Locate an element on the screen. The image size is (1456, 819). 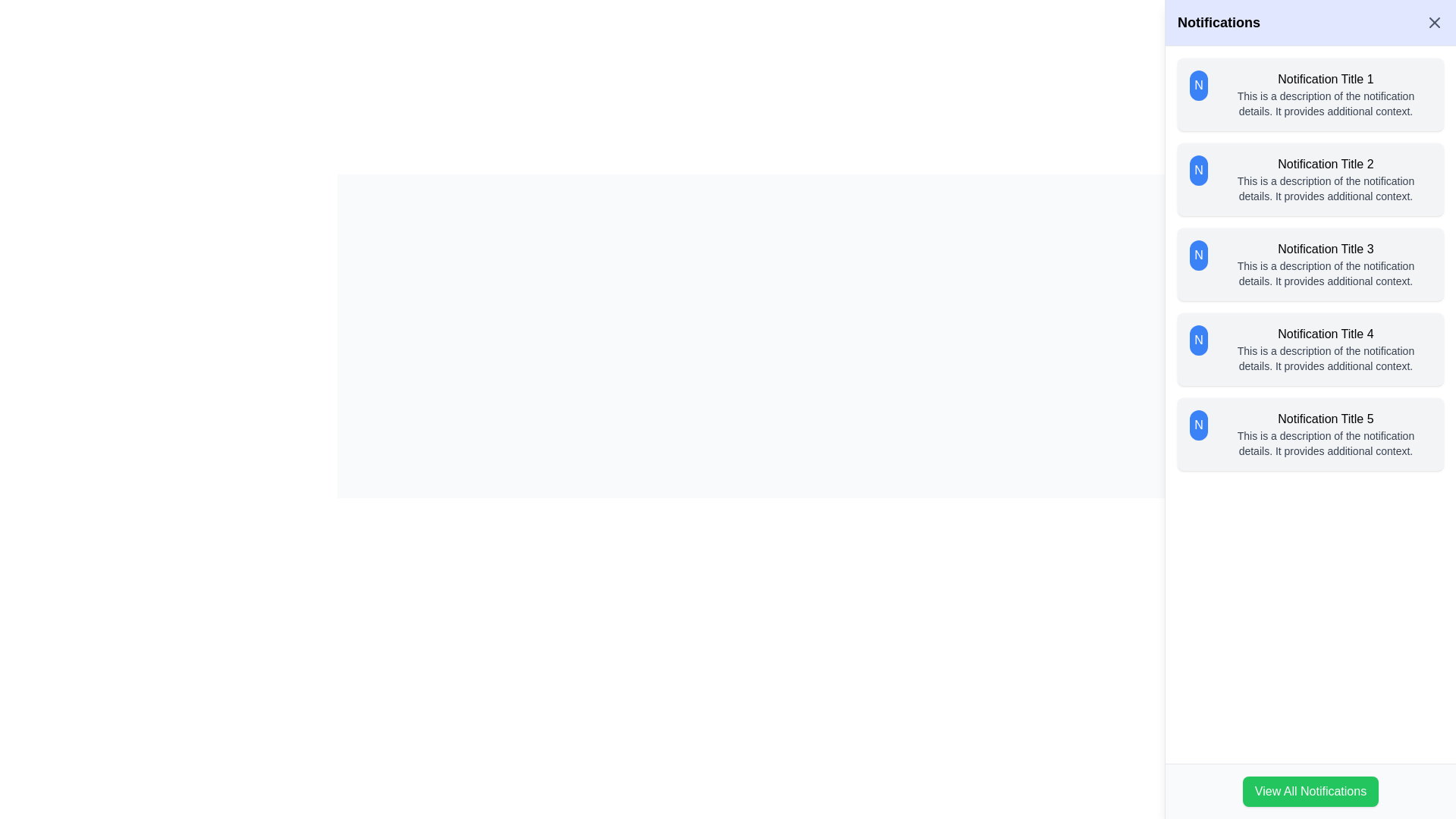
the notification item located beneath the blue circle with the letter 'N' at the top of the right-side panel is located at coordinates (1325, 94).